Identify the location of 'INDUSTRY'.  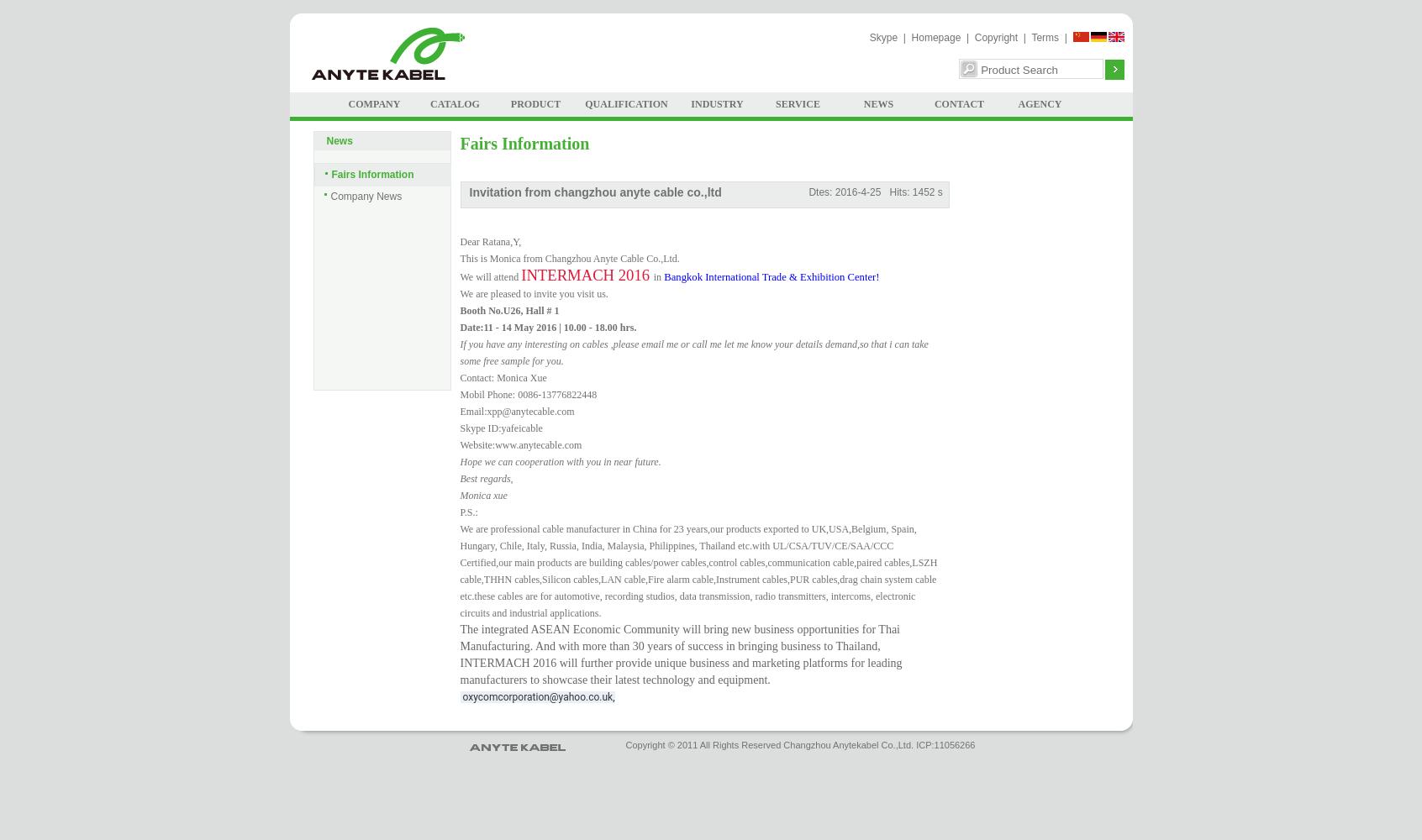
(715, 103).